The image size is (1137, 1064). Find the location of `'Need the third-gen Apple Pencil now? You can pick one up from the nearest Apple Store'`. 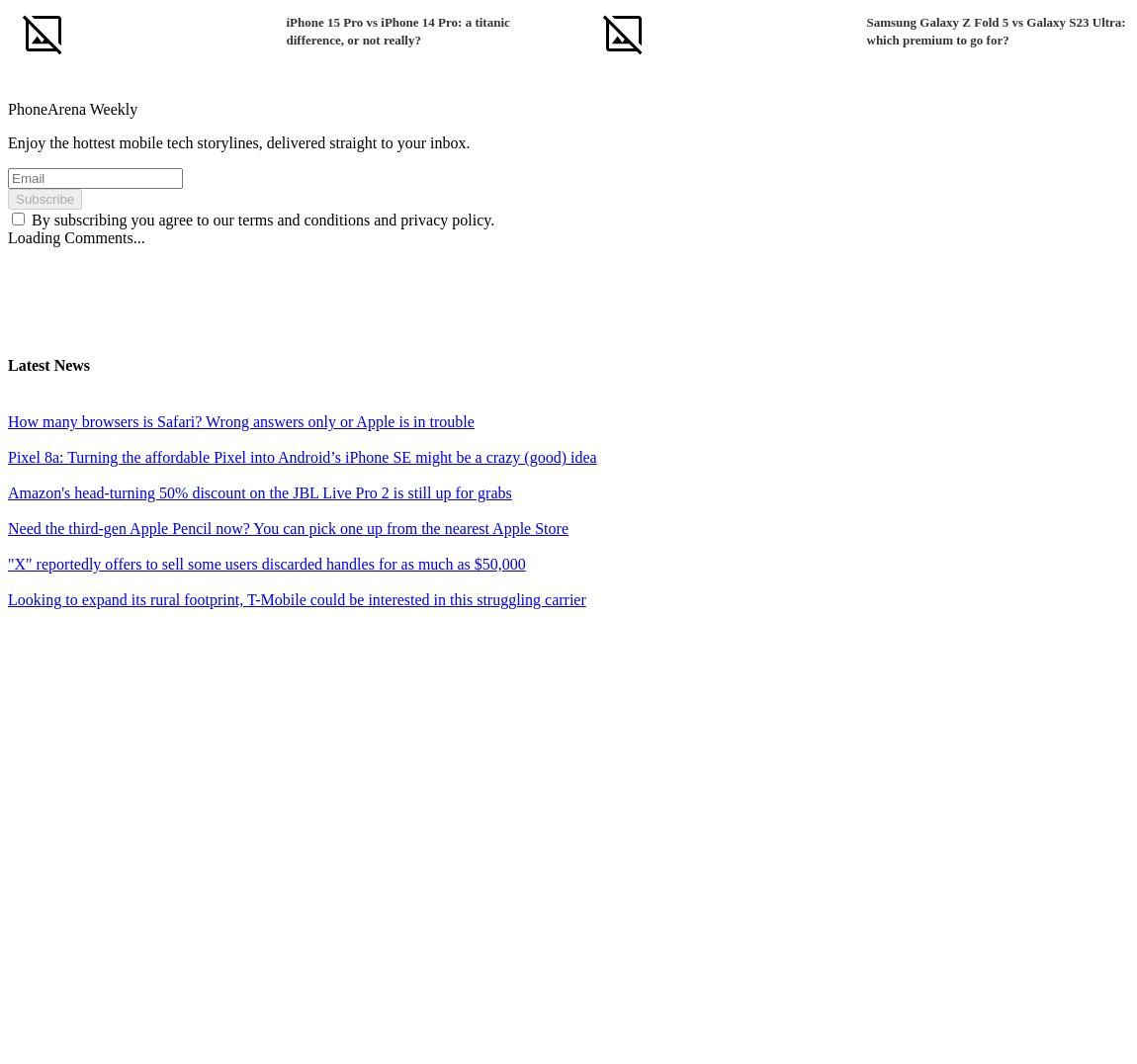

'Need the third-gen Apple Pencil now? You can pick one up from the nearest Apple Store' is located at coordinates (287, 528).